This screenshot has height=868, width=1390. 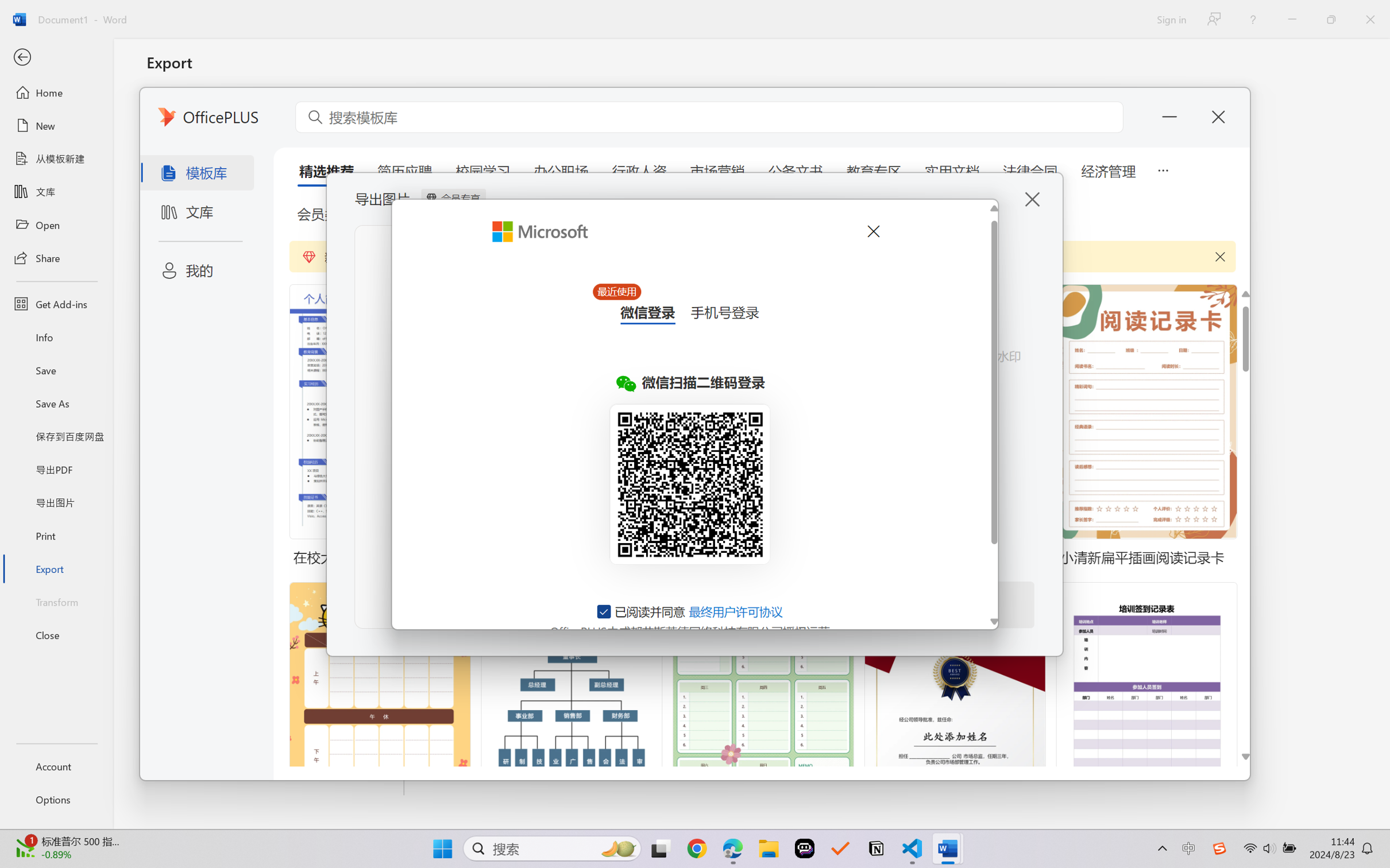 What do you see at coordinates (56, 799) in the screenshot?
I see `'Options'` at bounding box center [56, 799].